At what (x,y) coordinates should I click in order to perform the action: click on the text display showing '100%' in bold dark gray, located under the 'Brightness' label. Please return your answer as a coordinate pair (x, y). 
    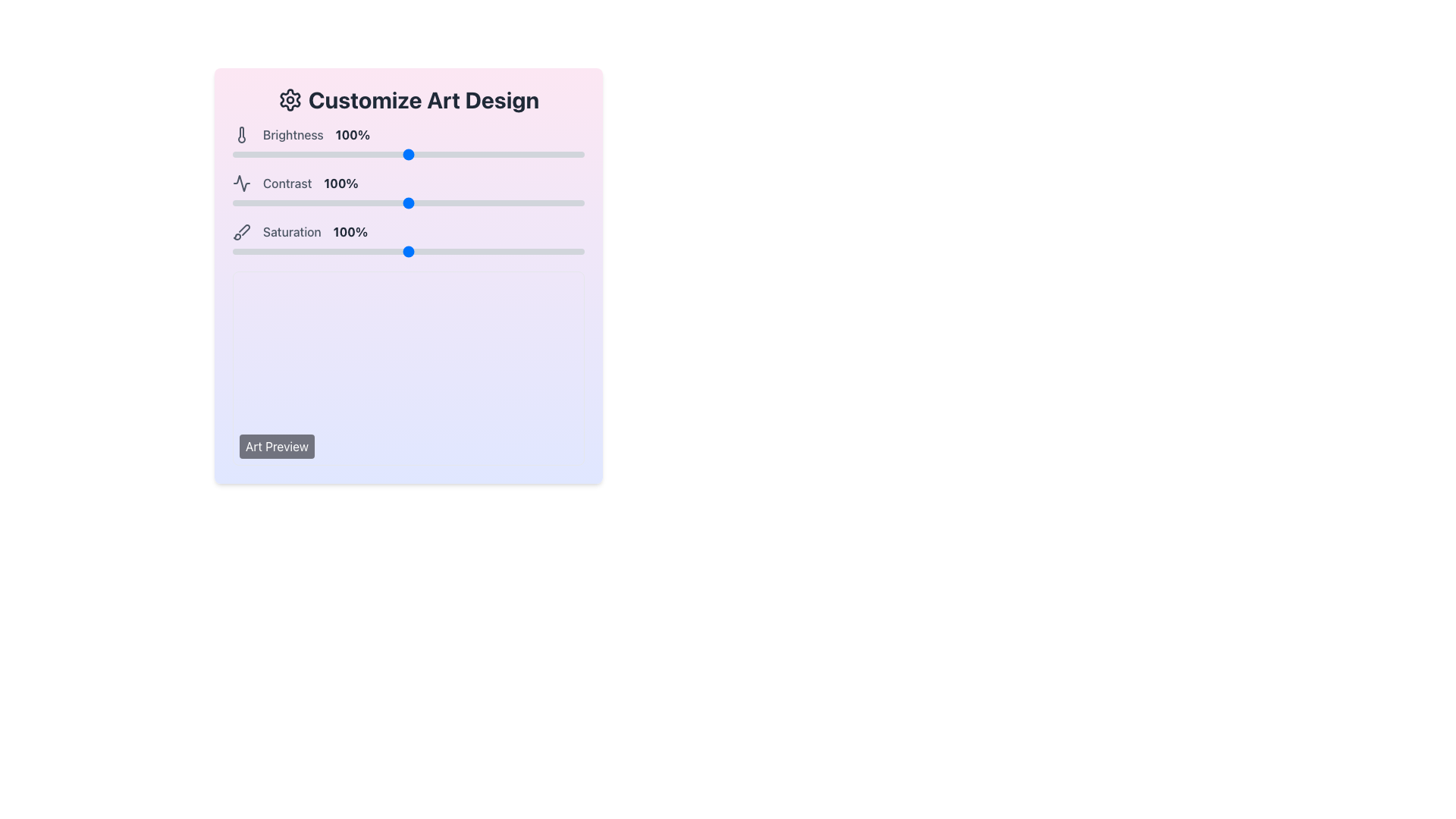
    Looking at the image, I should click on (352, 133).